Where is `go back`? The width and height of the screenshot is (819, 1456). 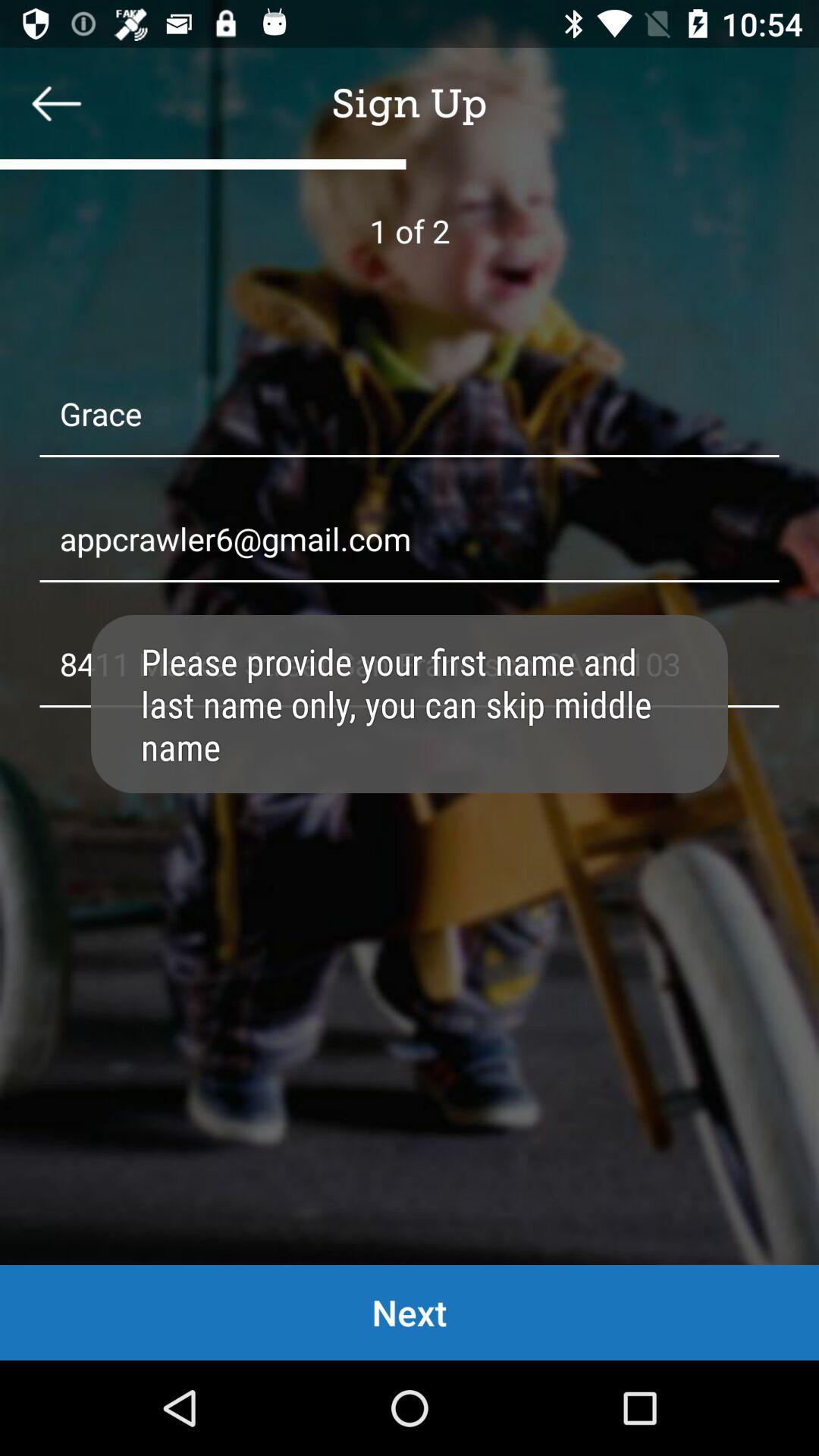 go back is located at coordinates (55, 102).